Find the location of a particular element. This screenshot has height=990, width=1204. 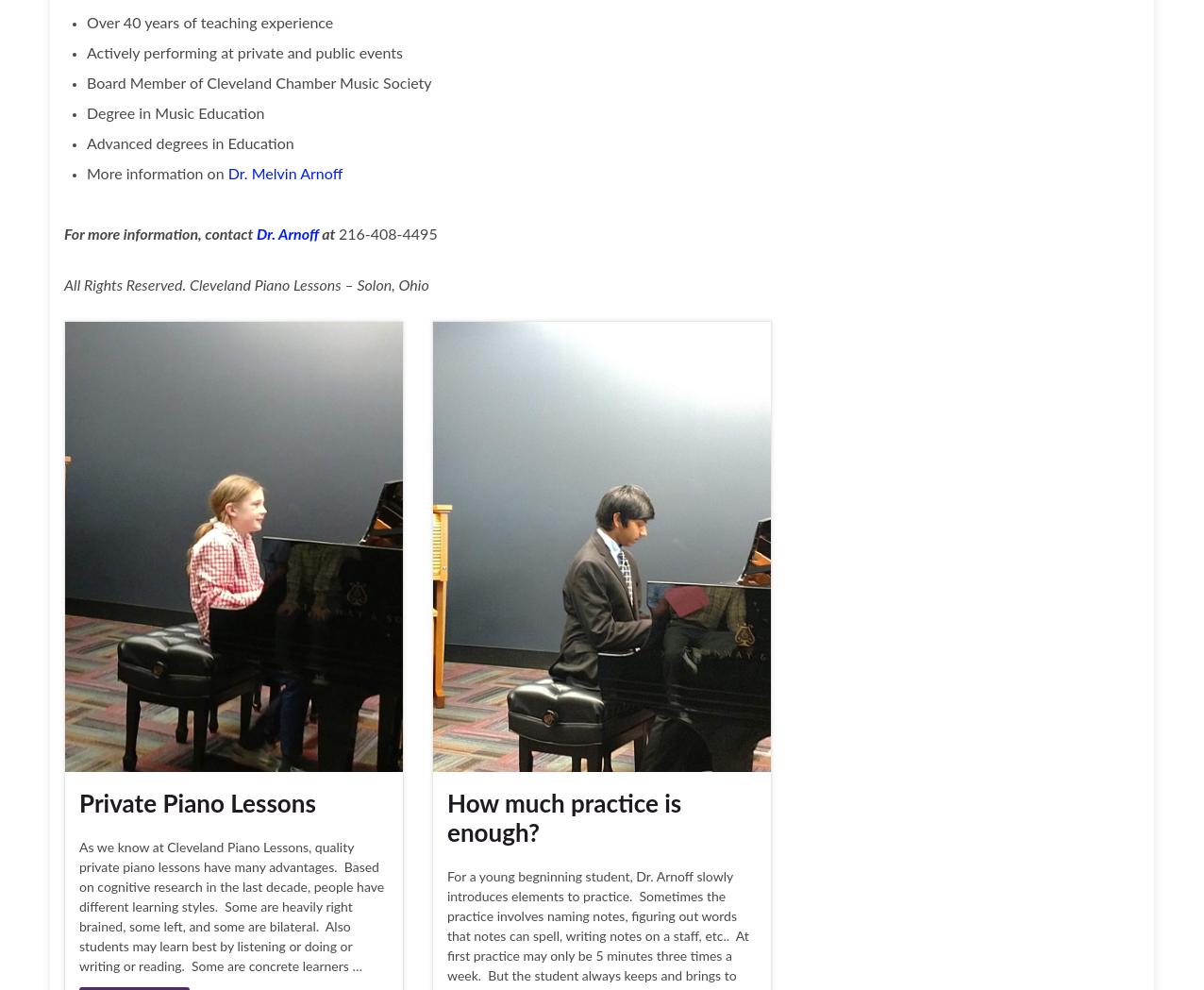

'All Rights Reserved. Cleveland Piano Lessons – Solon, Ohio' is located at coordinates (245, 285).